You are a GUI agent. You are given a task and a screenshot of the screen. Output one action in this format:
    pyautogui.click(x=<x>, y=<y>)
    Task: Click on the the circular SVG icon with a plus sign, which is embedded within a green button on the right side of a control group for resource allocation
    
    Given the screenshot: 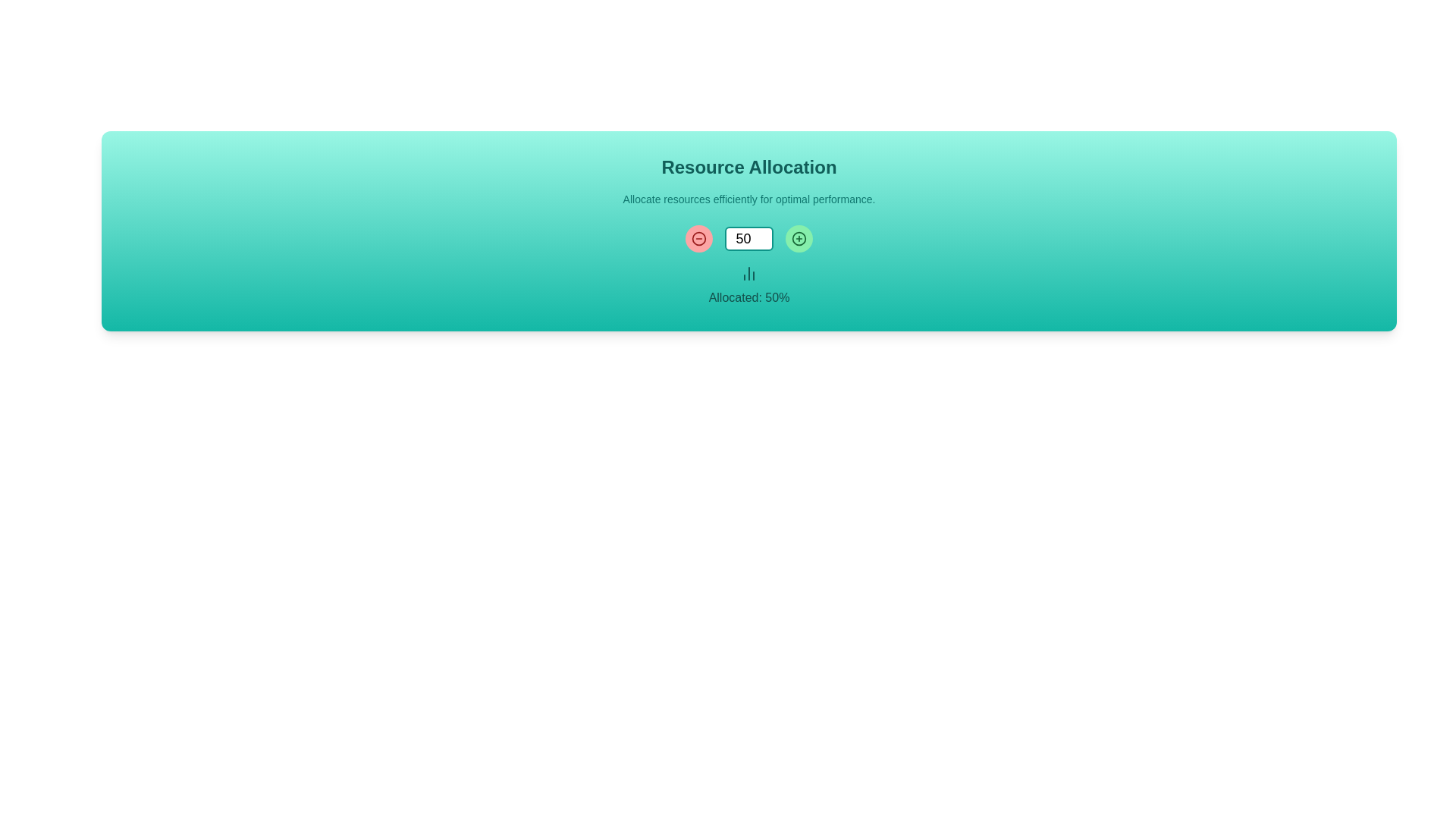 What is the action you would take?
    pyautogui.click(x=799, y=239)
    